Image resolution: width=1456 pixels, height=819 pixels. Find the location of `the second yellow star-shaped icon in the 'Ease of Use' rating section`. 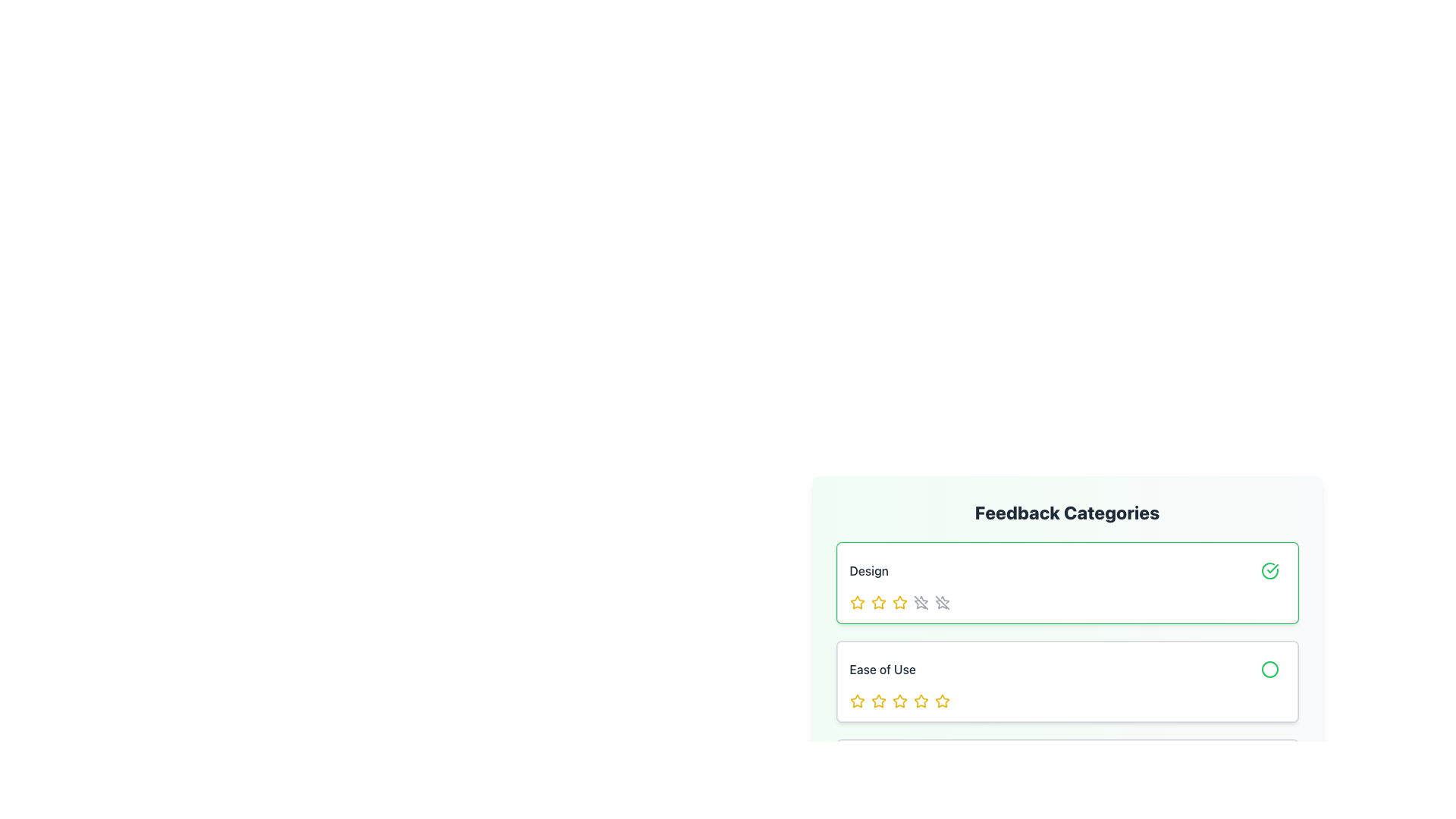

the second yellow star-shaped icon in the 'Ease of Use' rating section is located at coordinates (878, 701).